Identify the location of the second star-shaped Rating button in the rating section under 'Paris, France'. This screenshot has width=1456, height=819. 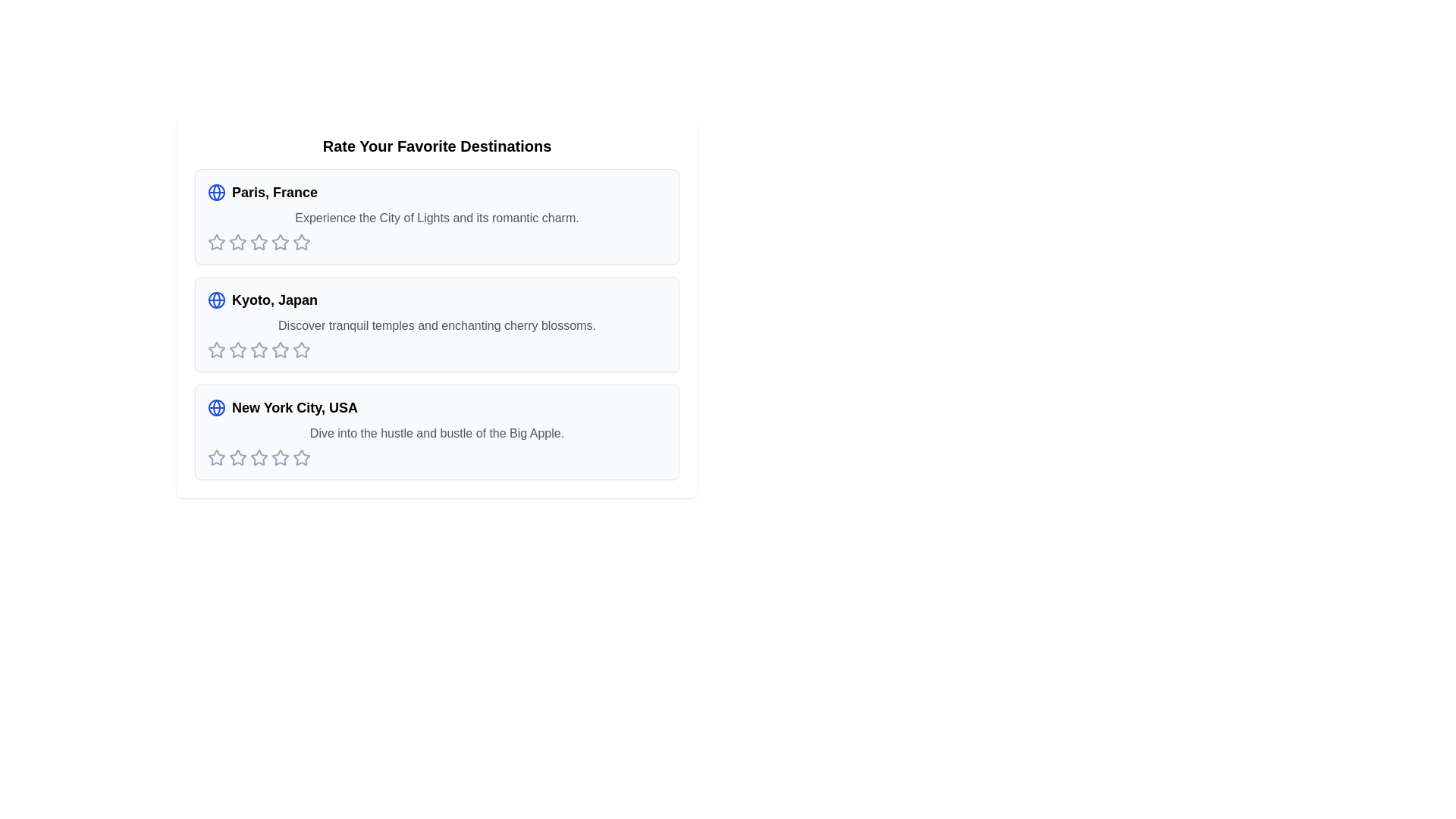
(237, 242).